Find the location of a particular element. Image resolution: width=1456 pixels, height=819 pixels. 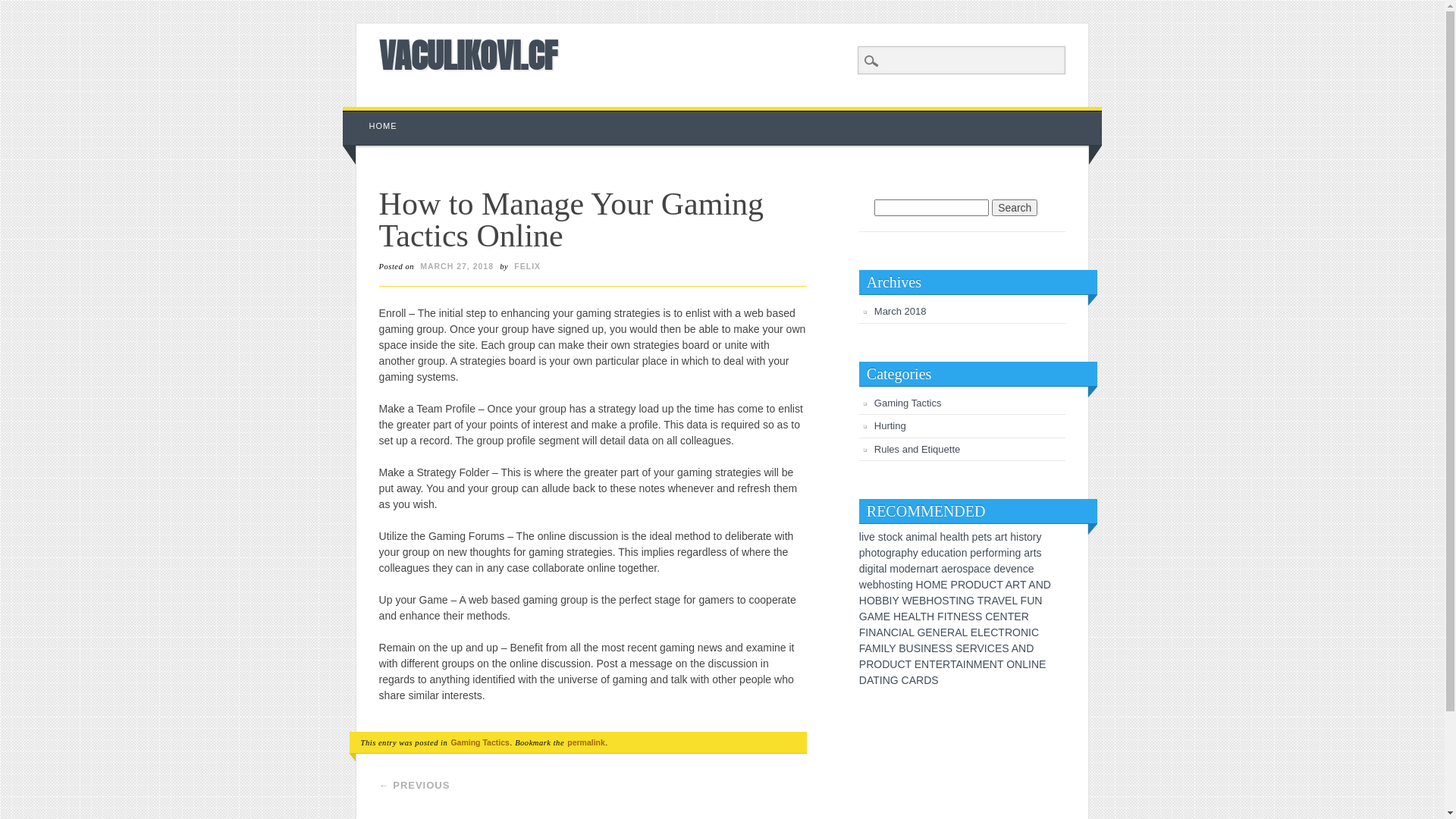

'M' is located at coordinates (935, 584).